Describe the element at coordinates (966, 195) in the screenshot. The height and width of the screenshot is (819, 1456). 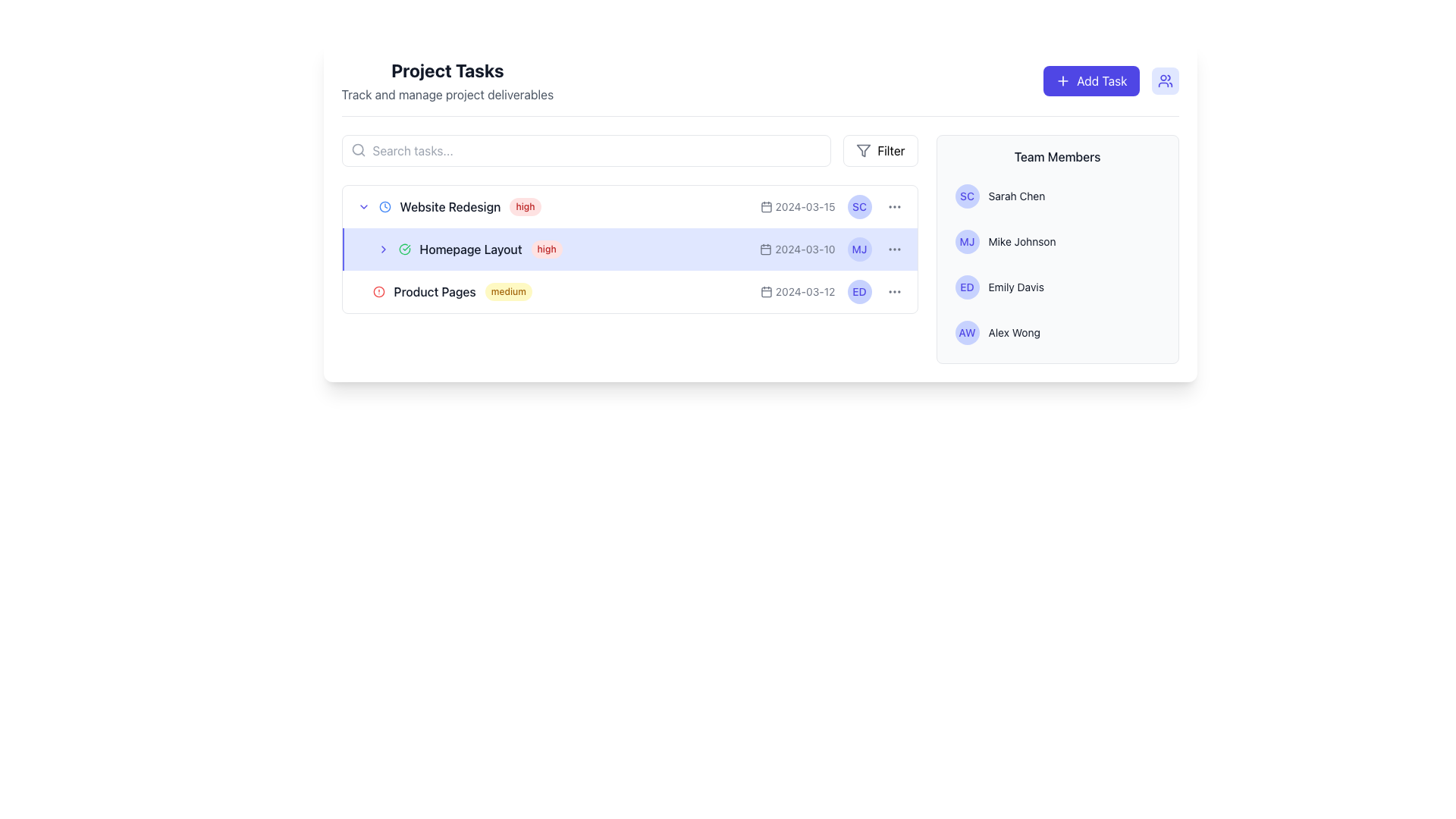
I see `the Circular Avatar representing team member 'Sarah Chen', which displays the initials 'SC' and is located at the leftmost part of the 'Sarah Chen' entry` at that location.